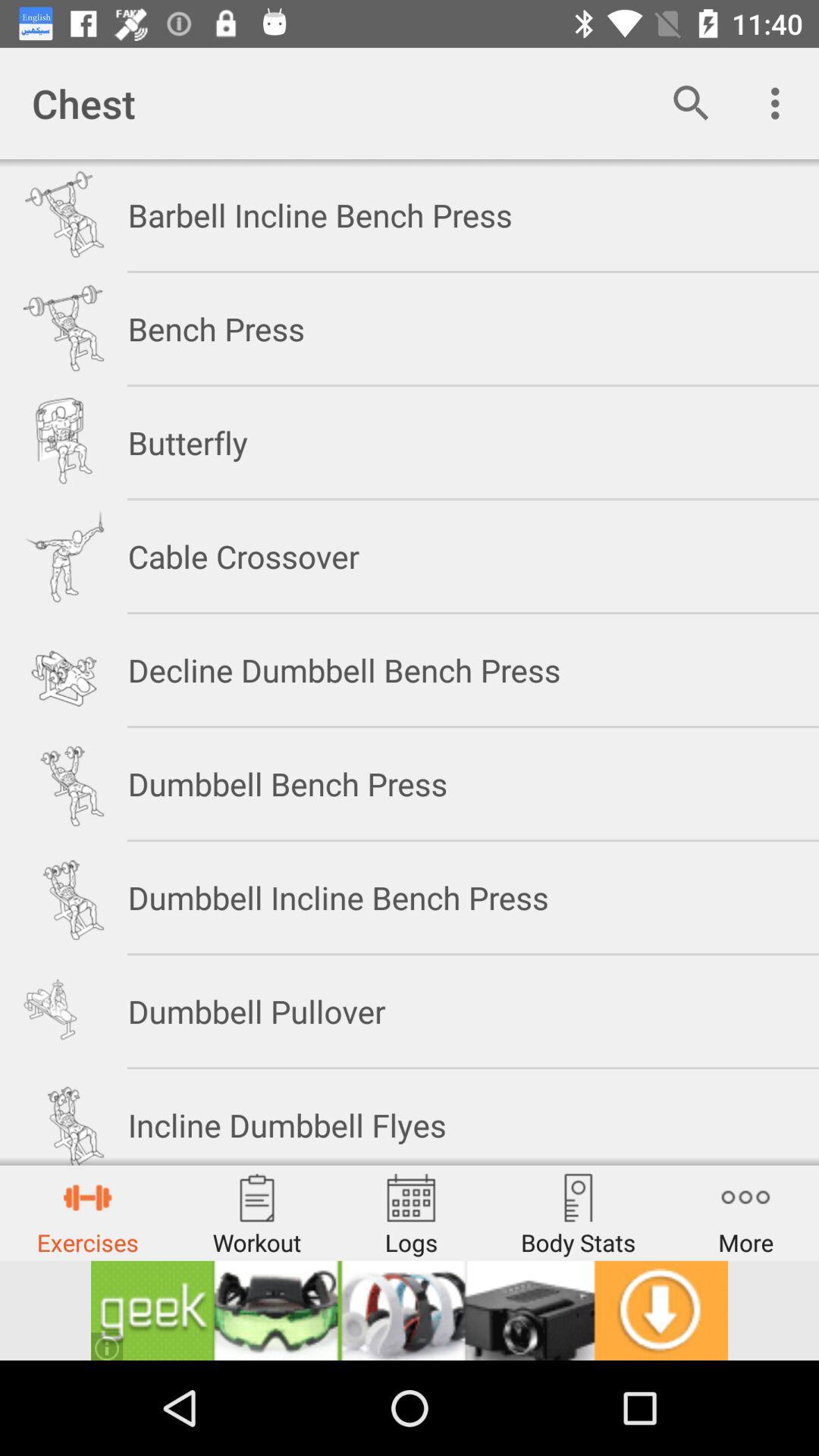 This screenshot has height=1456, width=819. What do you see at coordinates (409, 1310) in the screenshot?
I see `out line` at bounding box center [409, 1310].